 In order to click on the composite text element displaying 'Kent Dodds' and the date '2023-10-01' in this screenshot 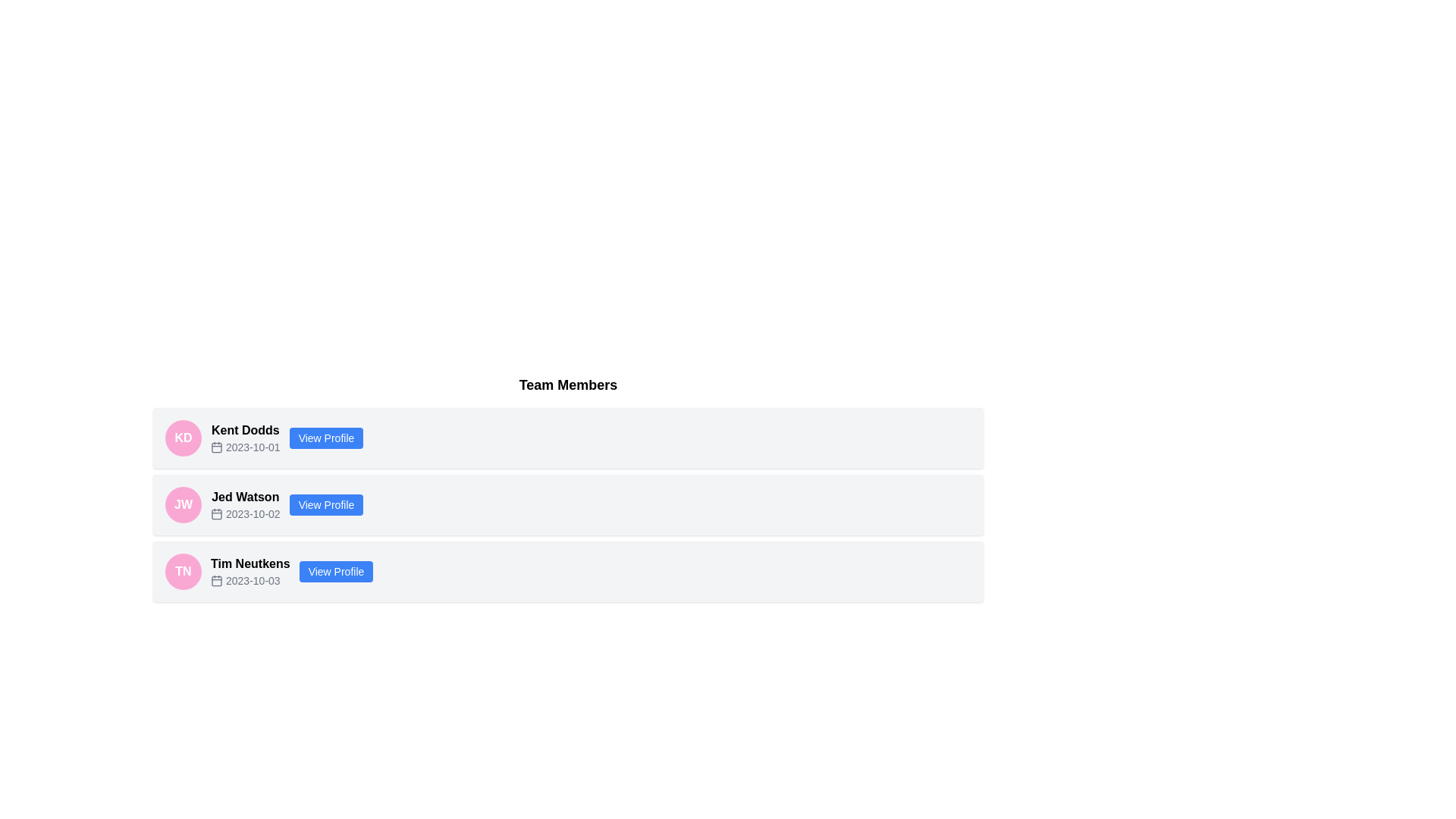, I will do `click(245, 438)`.